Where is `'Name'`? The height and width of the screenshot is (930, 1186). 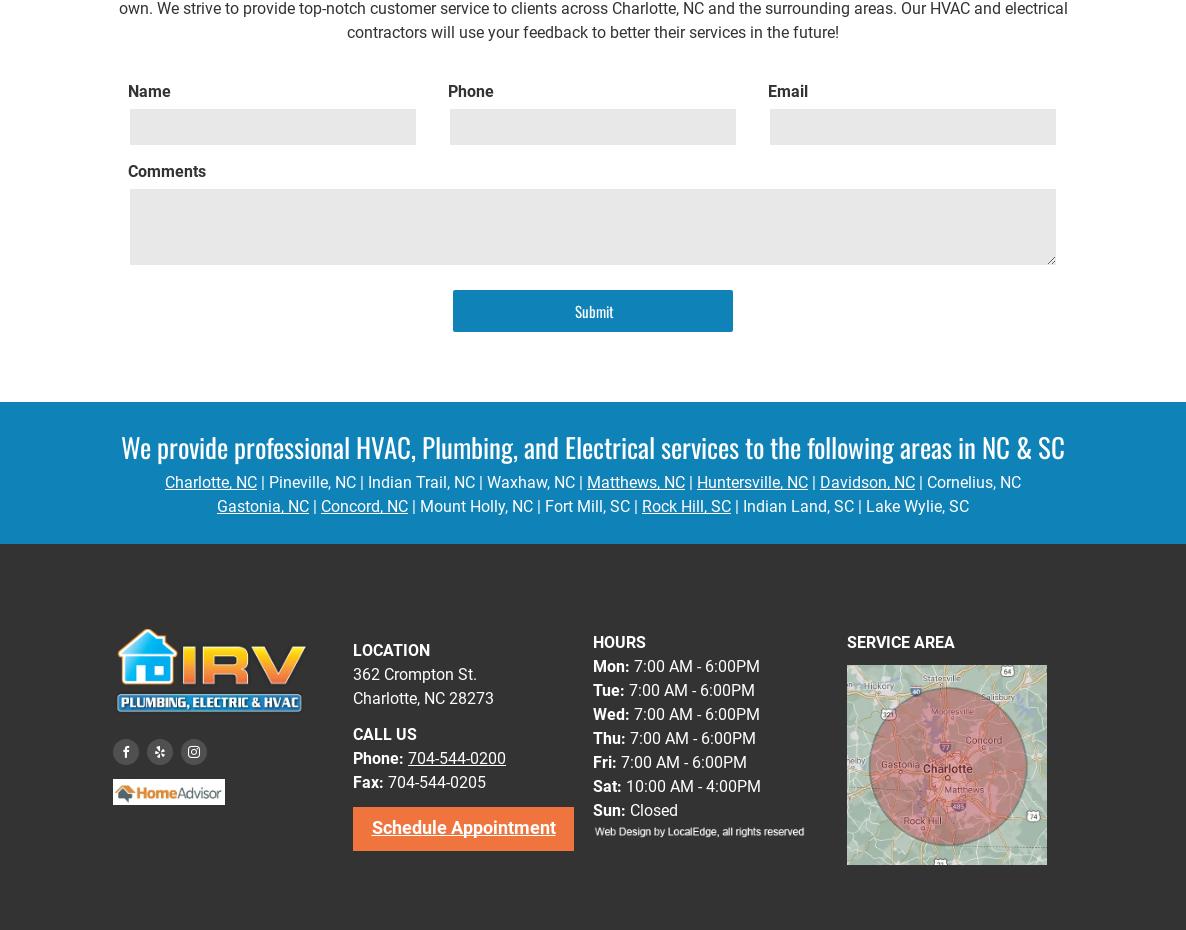
'Name' is located at coordinates (148, 91).